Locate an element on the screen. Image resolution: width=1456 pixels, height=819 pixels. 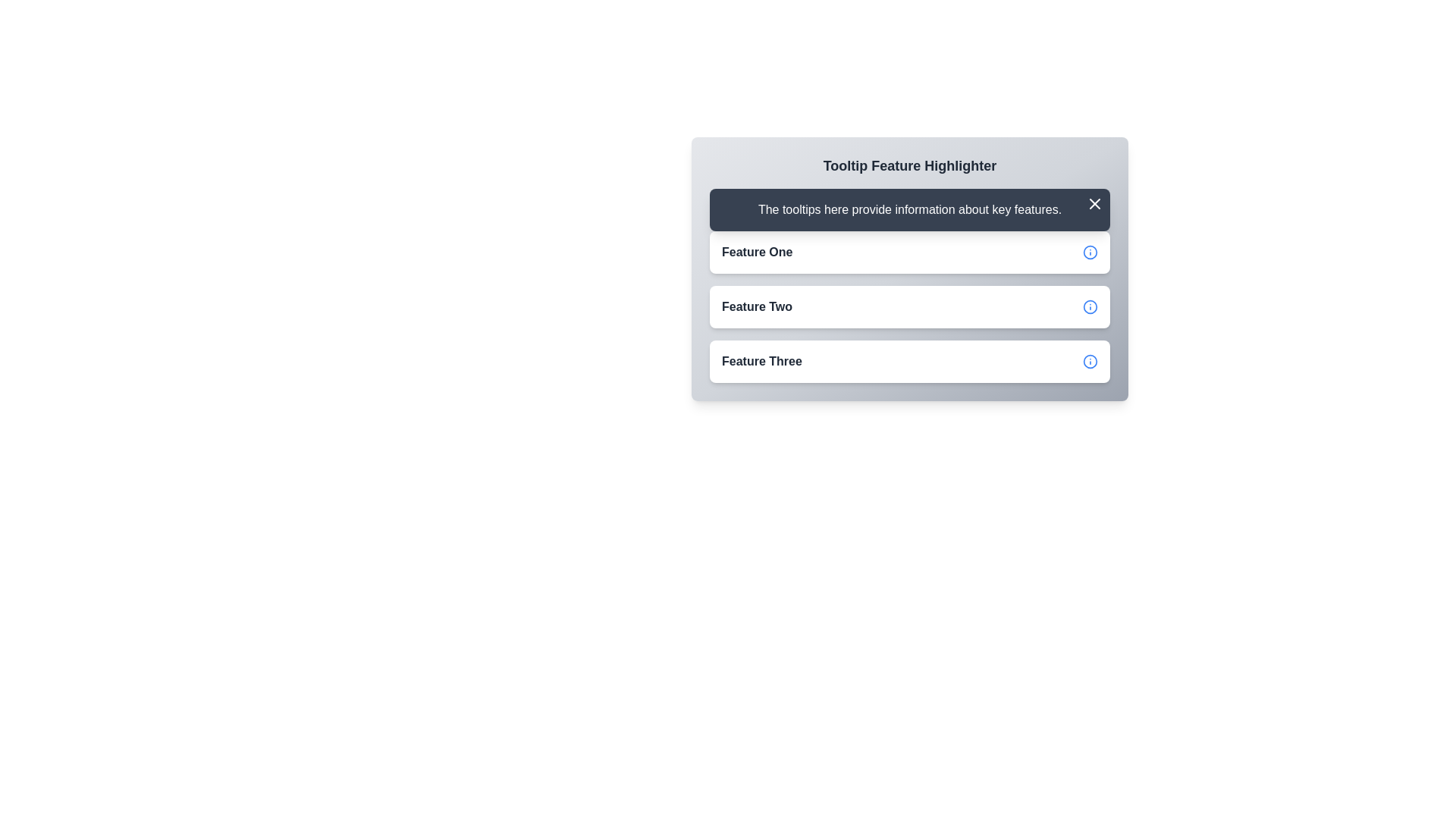
the blue informational icon located to the right of the 'Feature Two' label is located at coordinates (1090, 307).